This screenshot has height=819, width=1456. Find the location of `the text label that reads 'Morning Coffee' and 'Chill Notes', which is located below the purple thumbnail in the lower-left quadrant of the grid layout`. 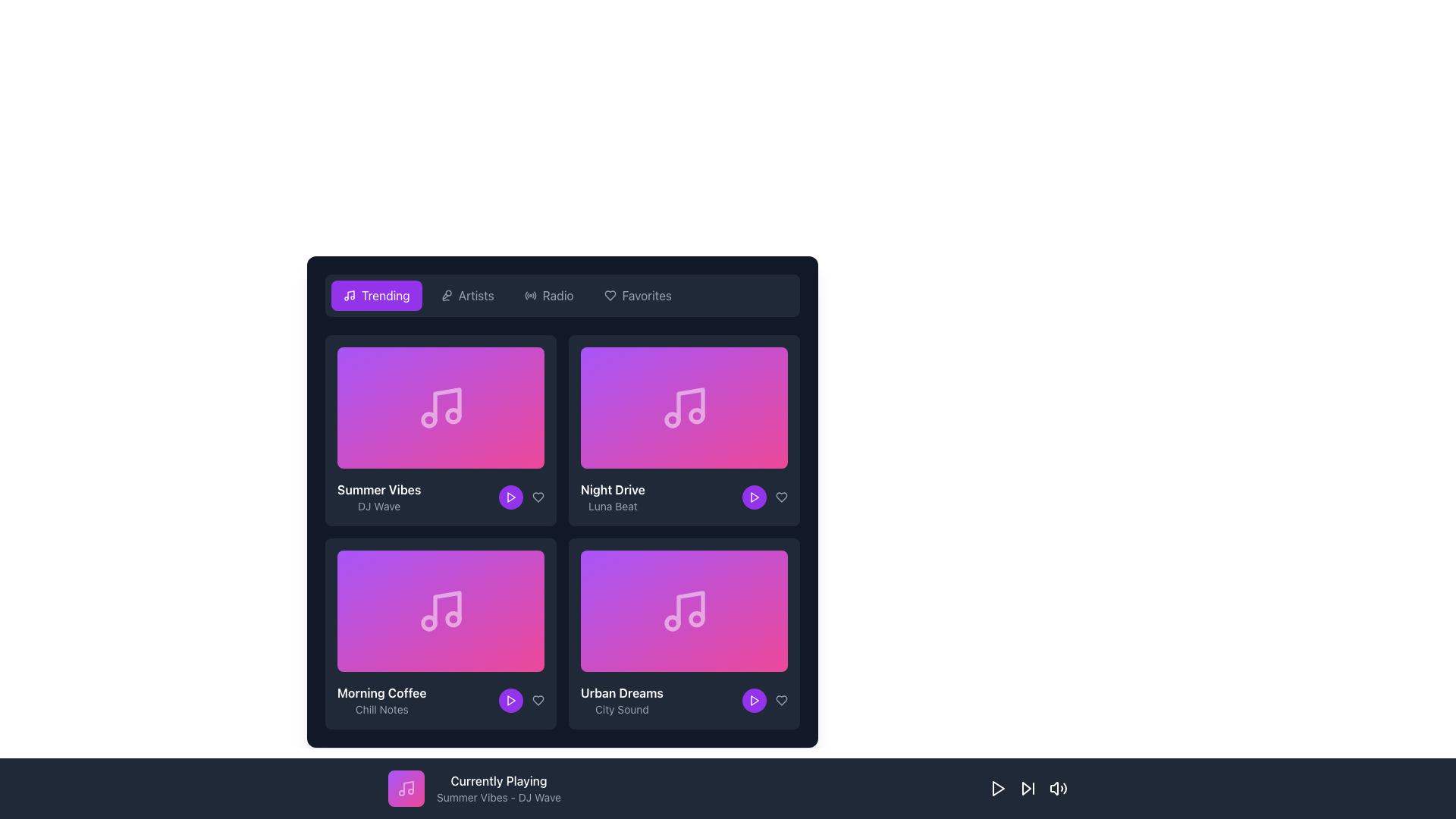

the text label that reads 'Morning Coffee' and 'Chill Notes', which is located below the purple thumbnail in the lower-left quadrant of the grid layout is located at coordinates (381, 701).